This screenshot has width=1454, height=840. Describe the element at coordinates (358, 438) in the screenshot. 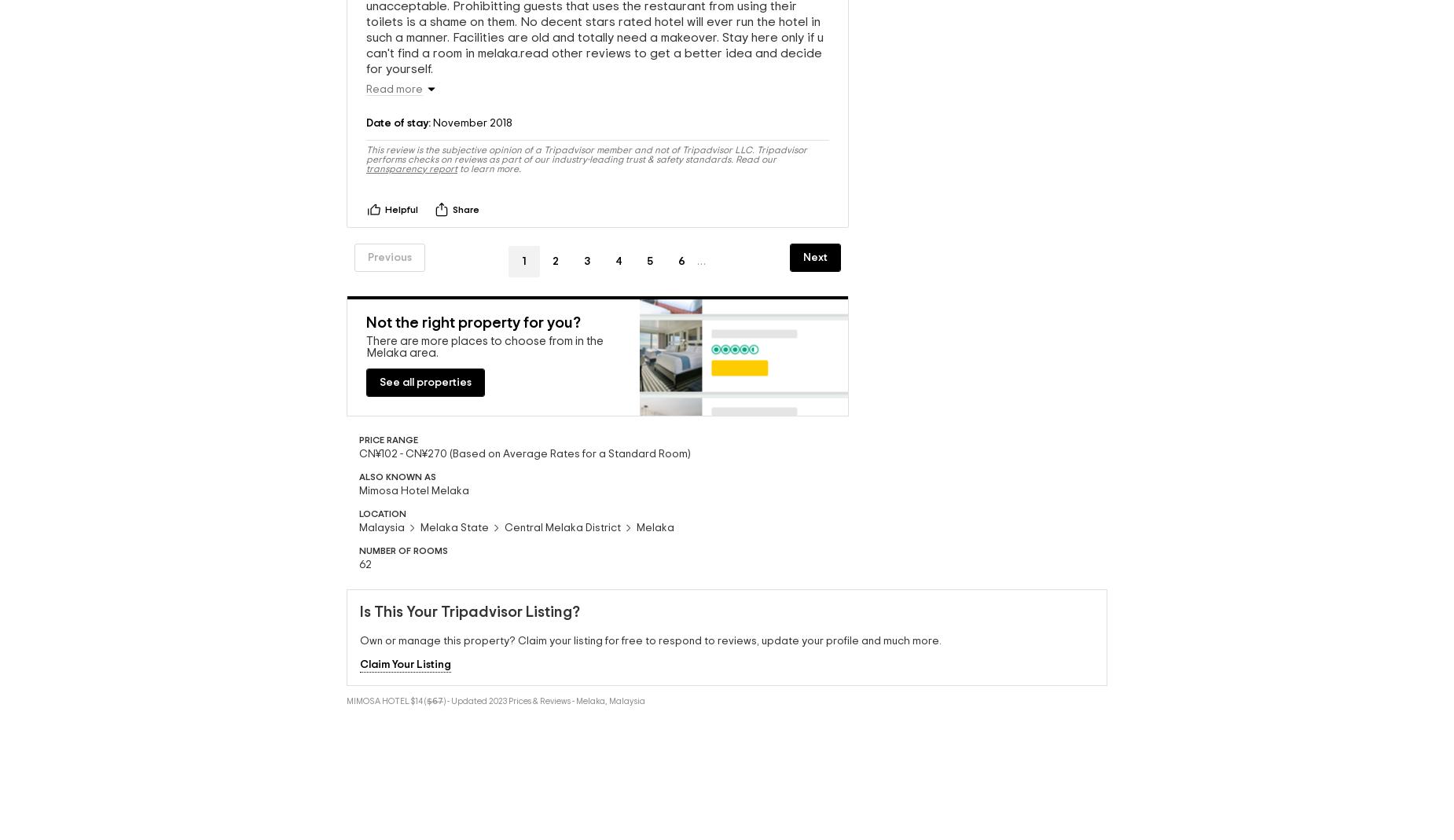

I see `'PRICE RANGE'` at that location.